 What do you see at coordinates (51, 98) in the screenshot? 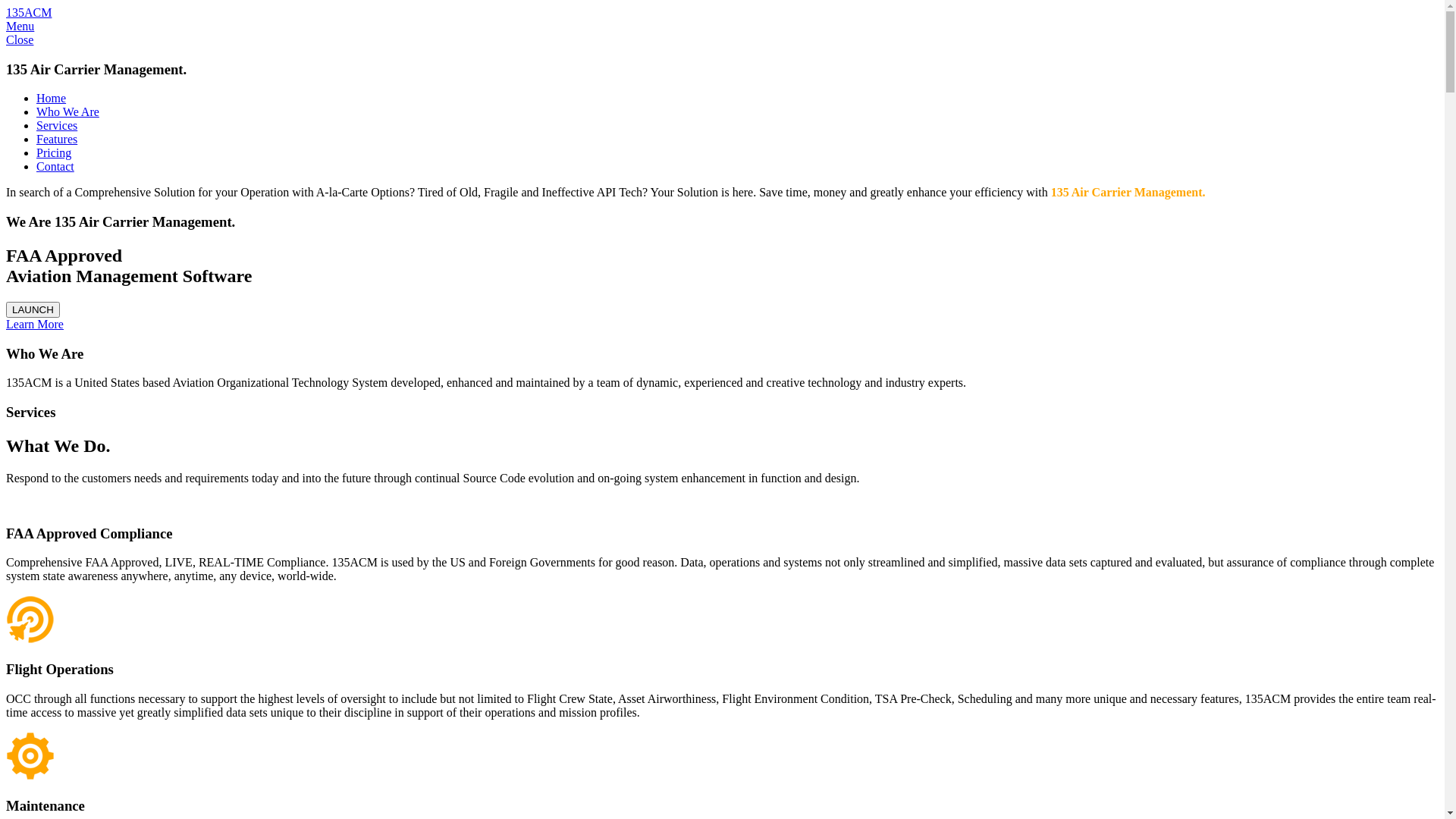
I see `'Home'` at bounding box center [51, 98].